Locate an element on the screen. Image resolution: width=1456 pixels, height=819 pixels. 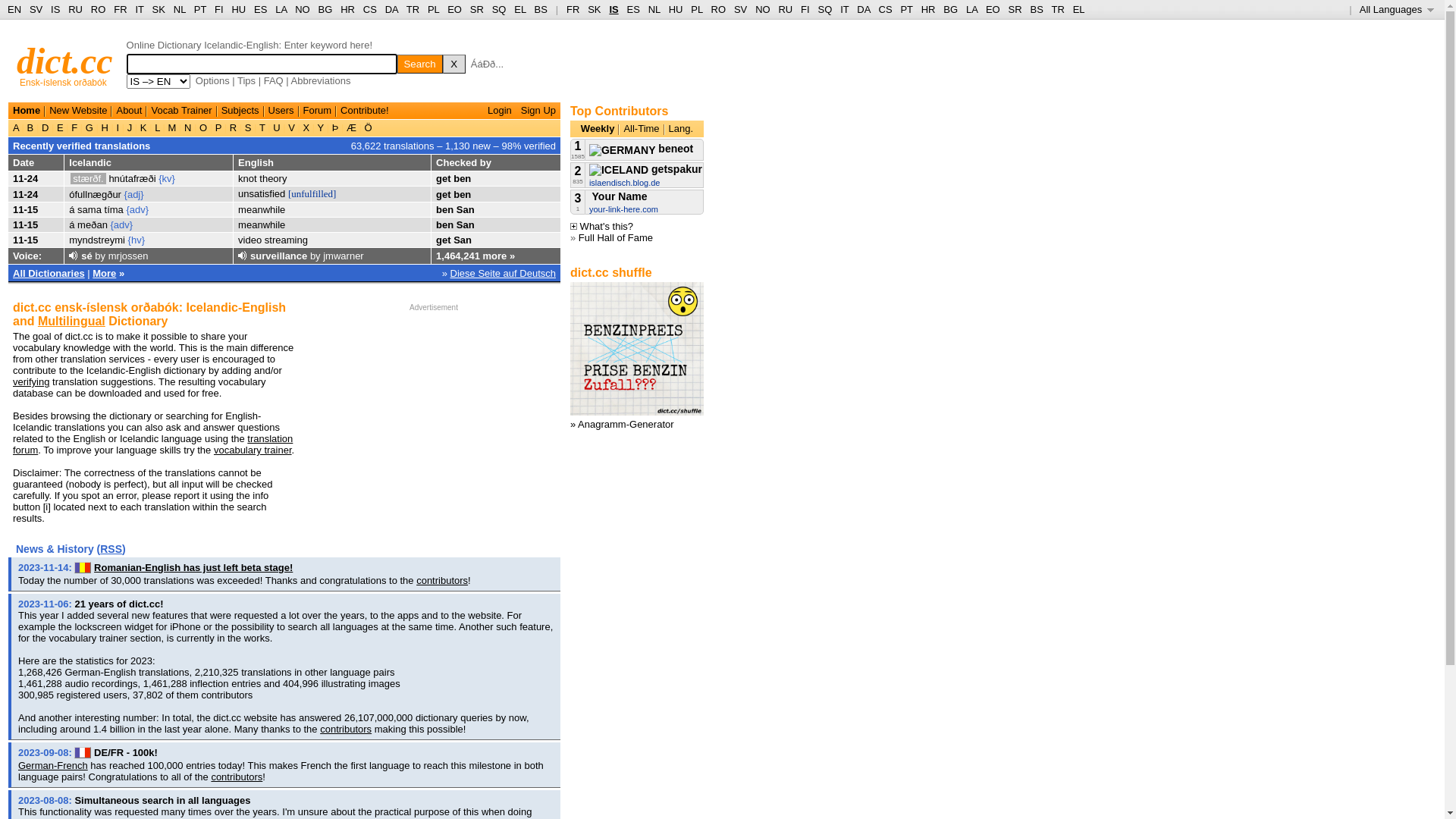
'All Languages ' is located at coordinates (1360, 9).